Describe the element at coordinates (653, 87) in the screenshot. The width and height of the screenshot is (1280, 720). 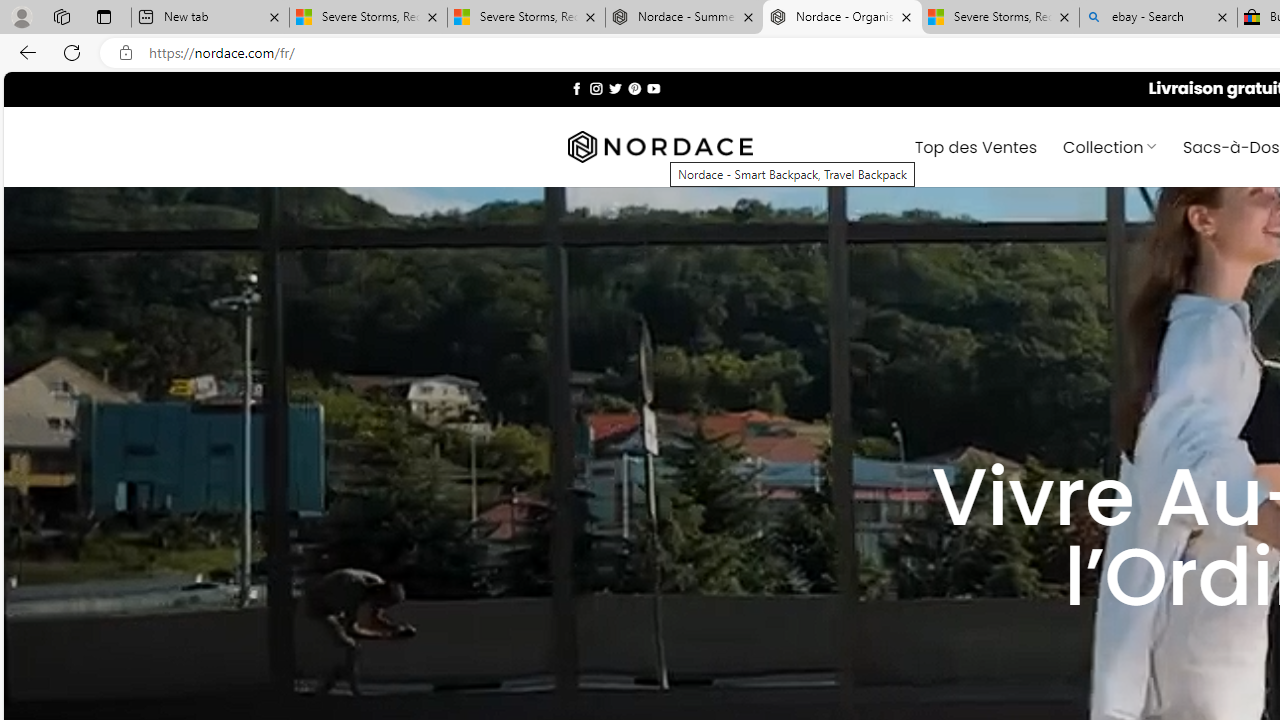
I see `'Nous suivre sur Youtube'` at that location.